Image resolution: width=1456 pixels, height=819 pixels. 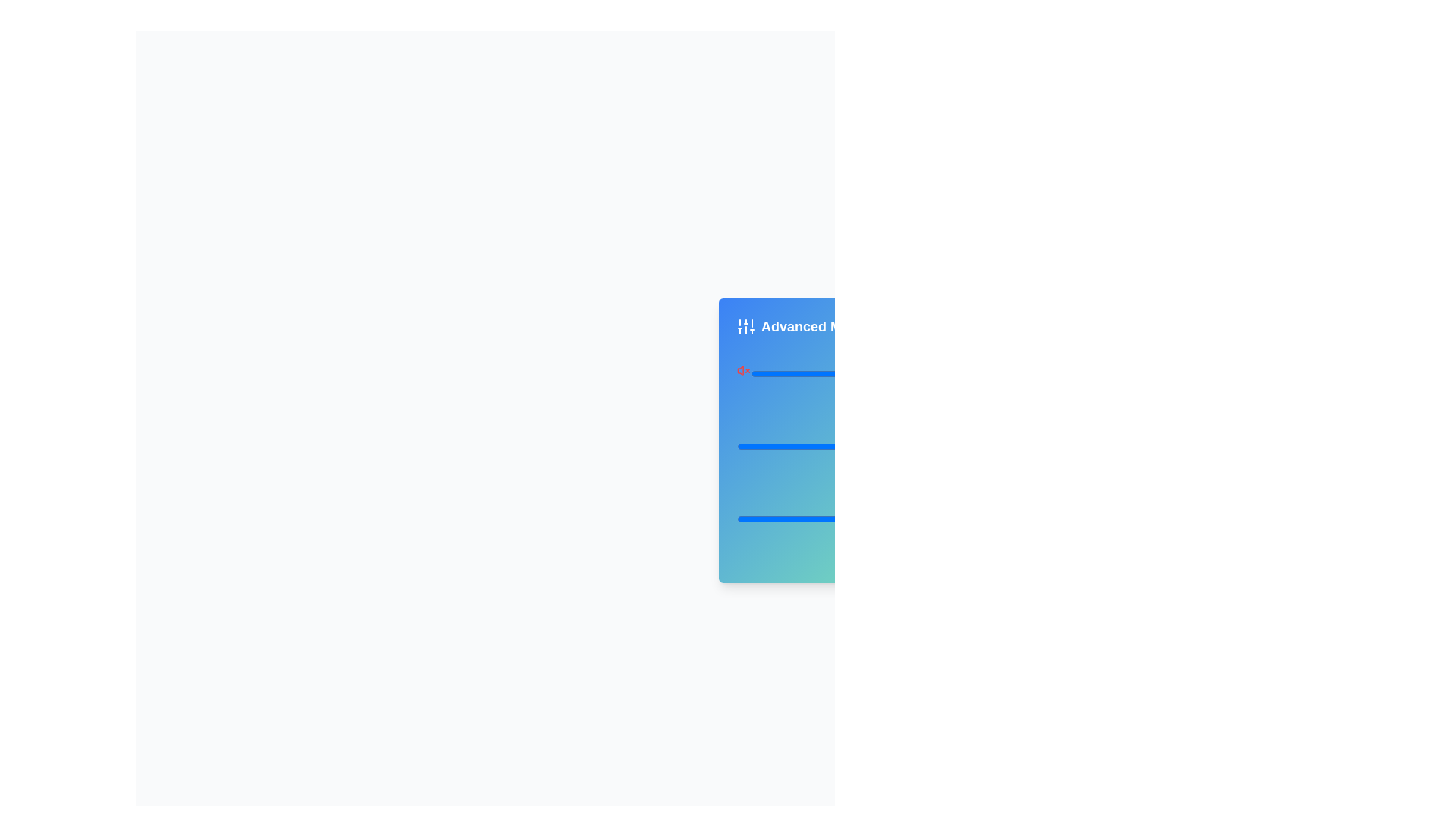 I want to click on the balance value, so click(x=840, y=446).